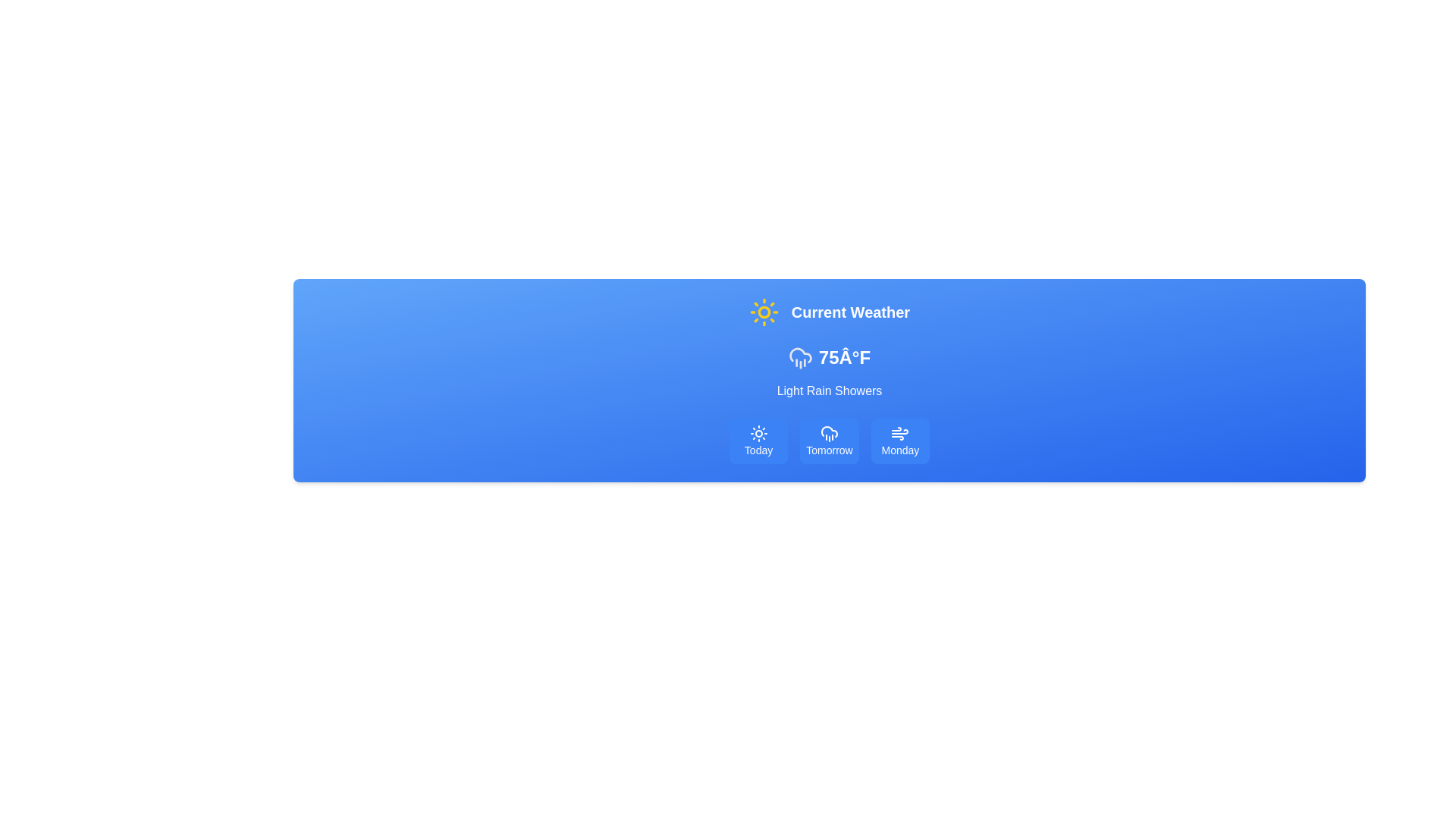  Describe the element at coordinates (829, 441) in the screenshot. I see `'Tomorrow' button with a blue background and rounded corners located in the center of three buttons in the weather forecast section` at that location.